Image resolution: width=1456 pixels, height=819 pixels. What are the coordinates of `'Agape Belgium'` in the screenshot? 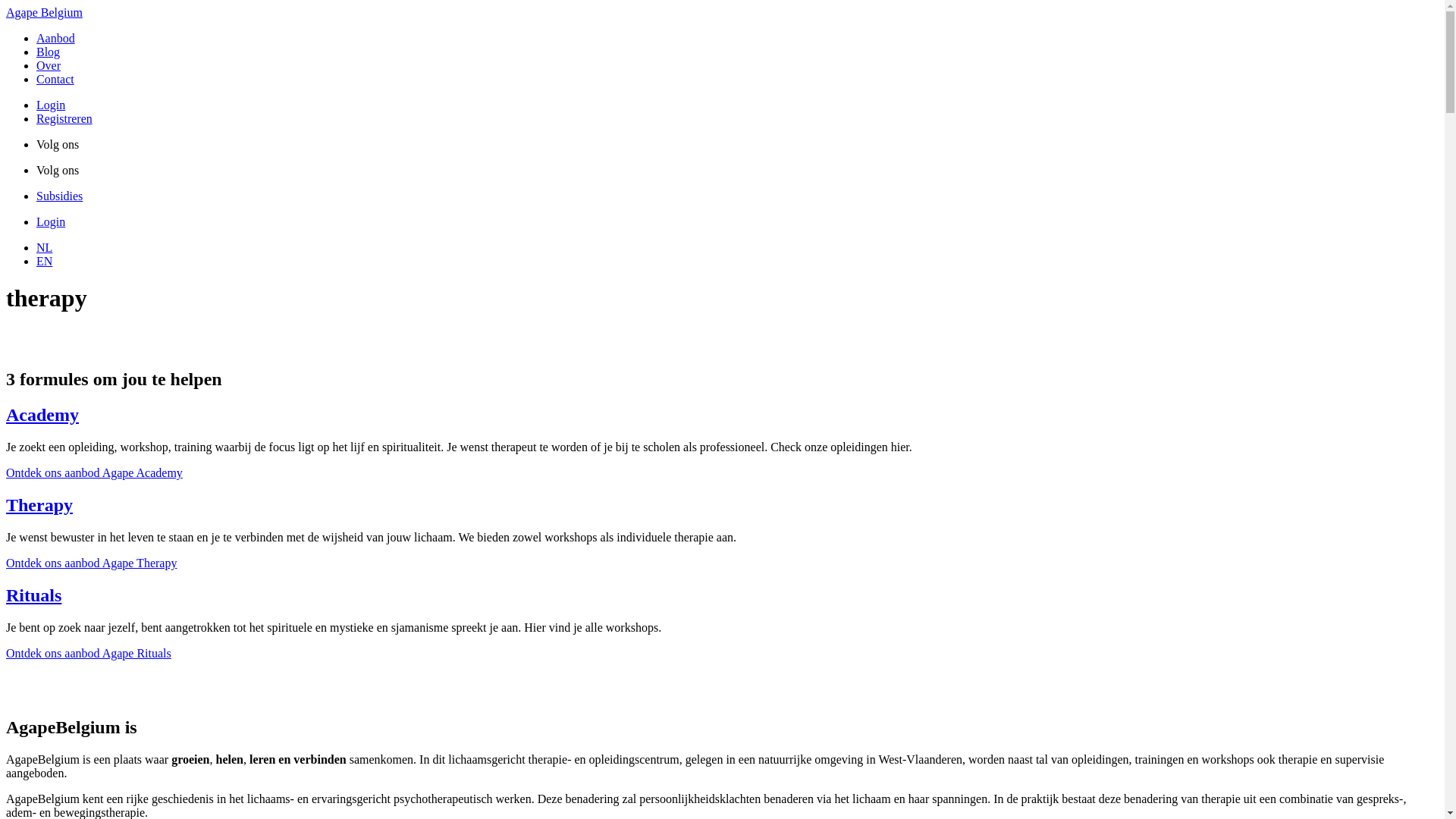 It's located at (44, 12).